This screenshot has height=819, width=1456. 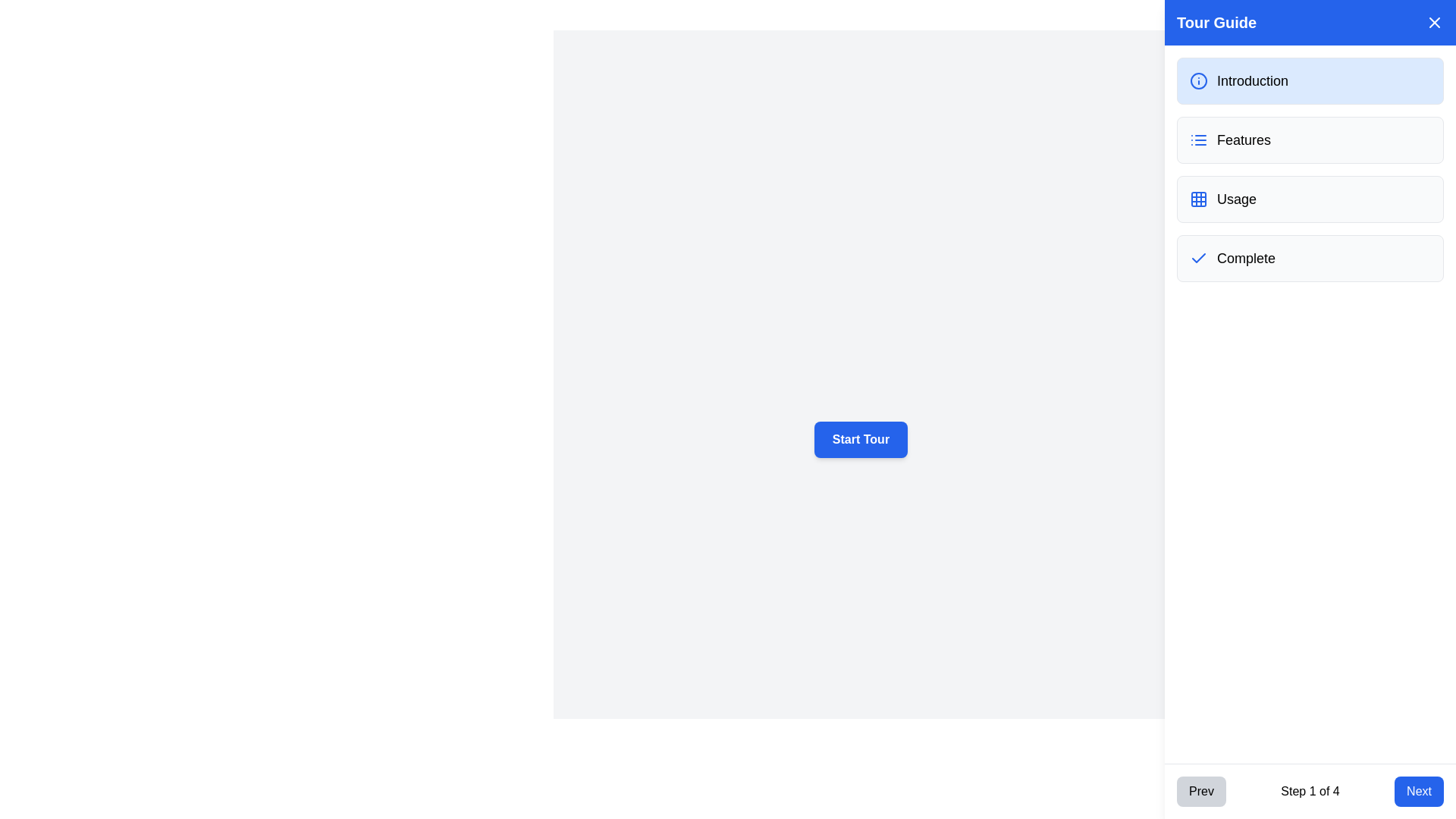 I want to click on the close (X) button with a blue background located in the top-right corner of the 'Tour Guide' section, so click(x=1433, y=23).